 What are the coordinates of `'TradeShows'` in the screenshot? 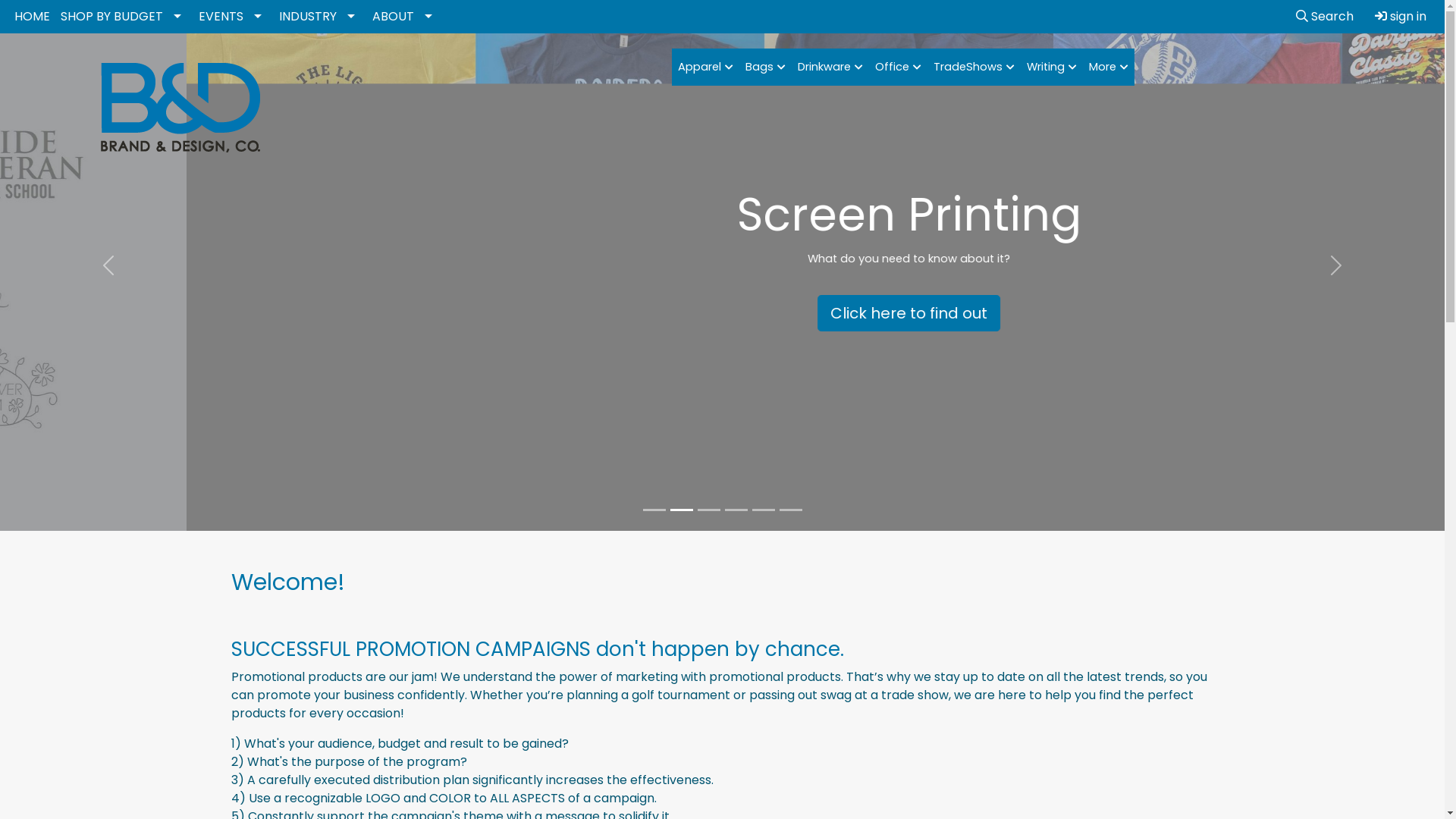 It's located at (974, 66).